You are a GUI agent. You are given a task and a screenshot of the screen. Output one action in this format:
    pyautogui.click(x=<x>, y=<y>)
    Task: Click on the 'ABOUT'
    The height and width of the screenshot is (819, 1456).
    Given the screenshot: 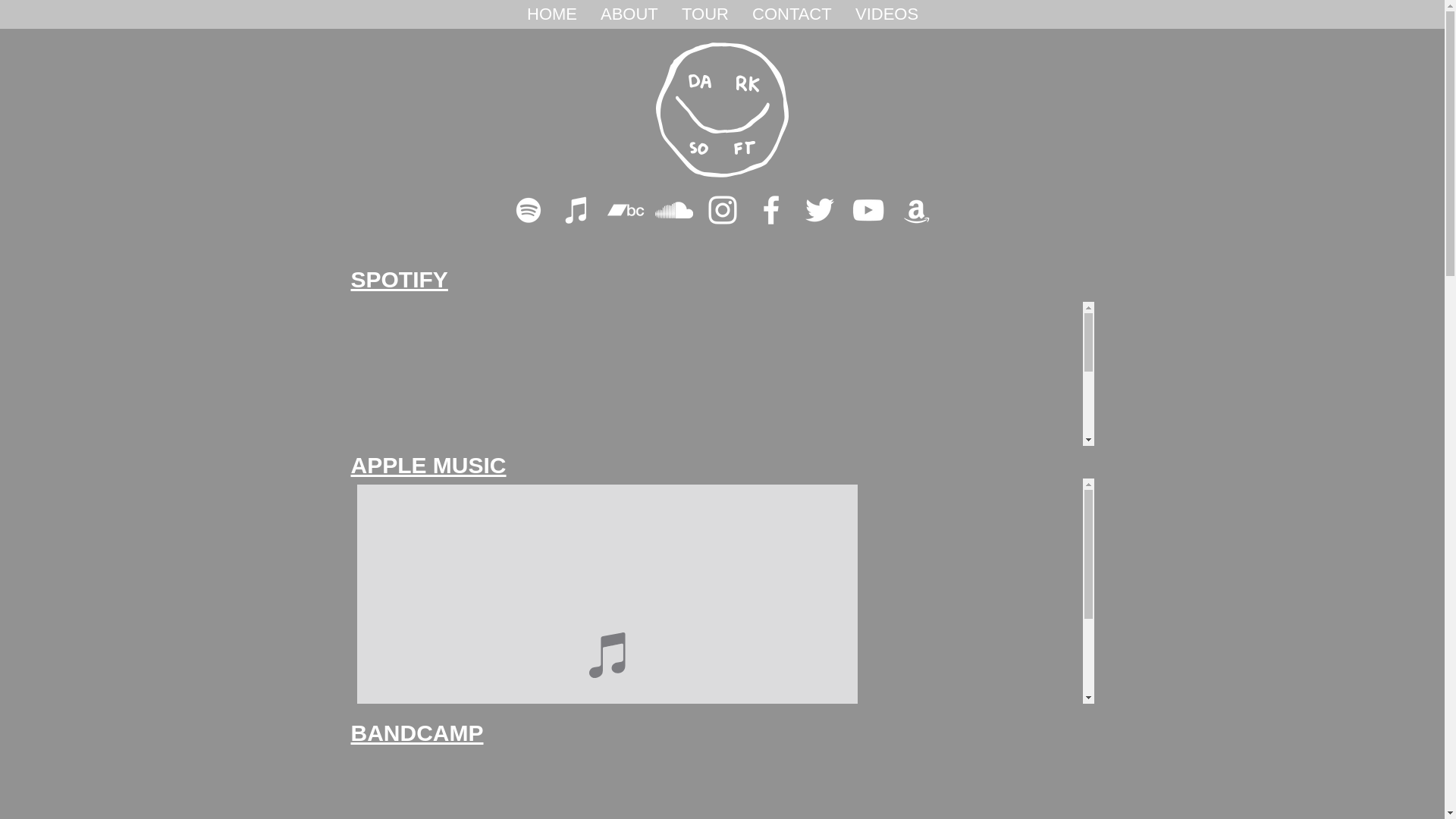 What is the action you would take?
    pyautogui.click(x=588, y=14)
    